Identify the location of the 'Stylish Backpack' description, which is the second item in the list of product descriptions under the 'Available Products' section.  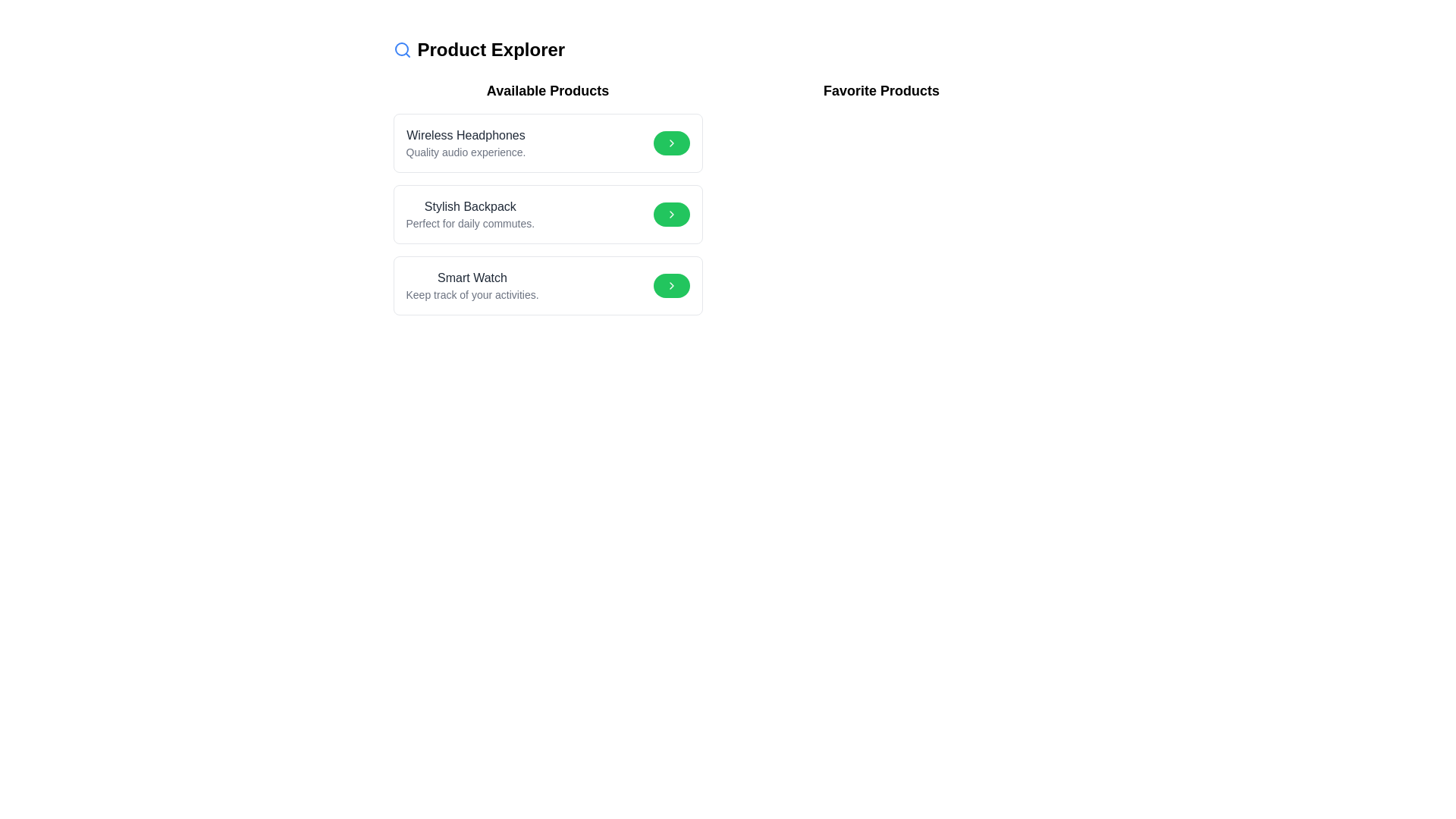
(469, 214).